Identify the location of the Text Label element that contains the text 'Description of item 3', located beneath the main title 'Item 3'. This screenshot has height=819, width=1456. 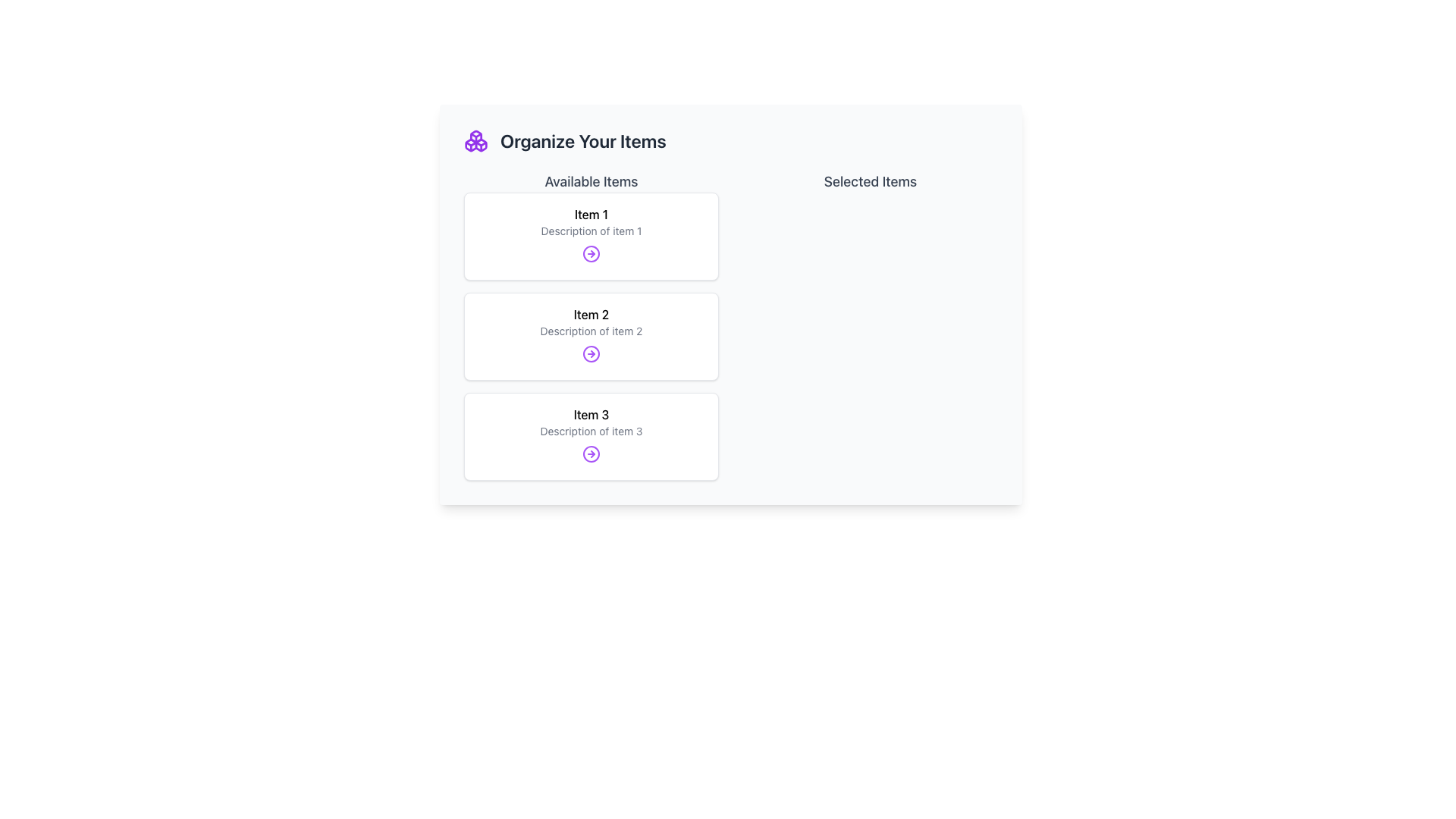
(590, 431).